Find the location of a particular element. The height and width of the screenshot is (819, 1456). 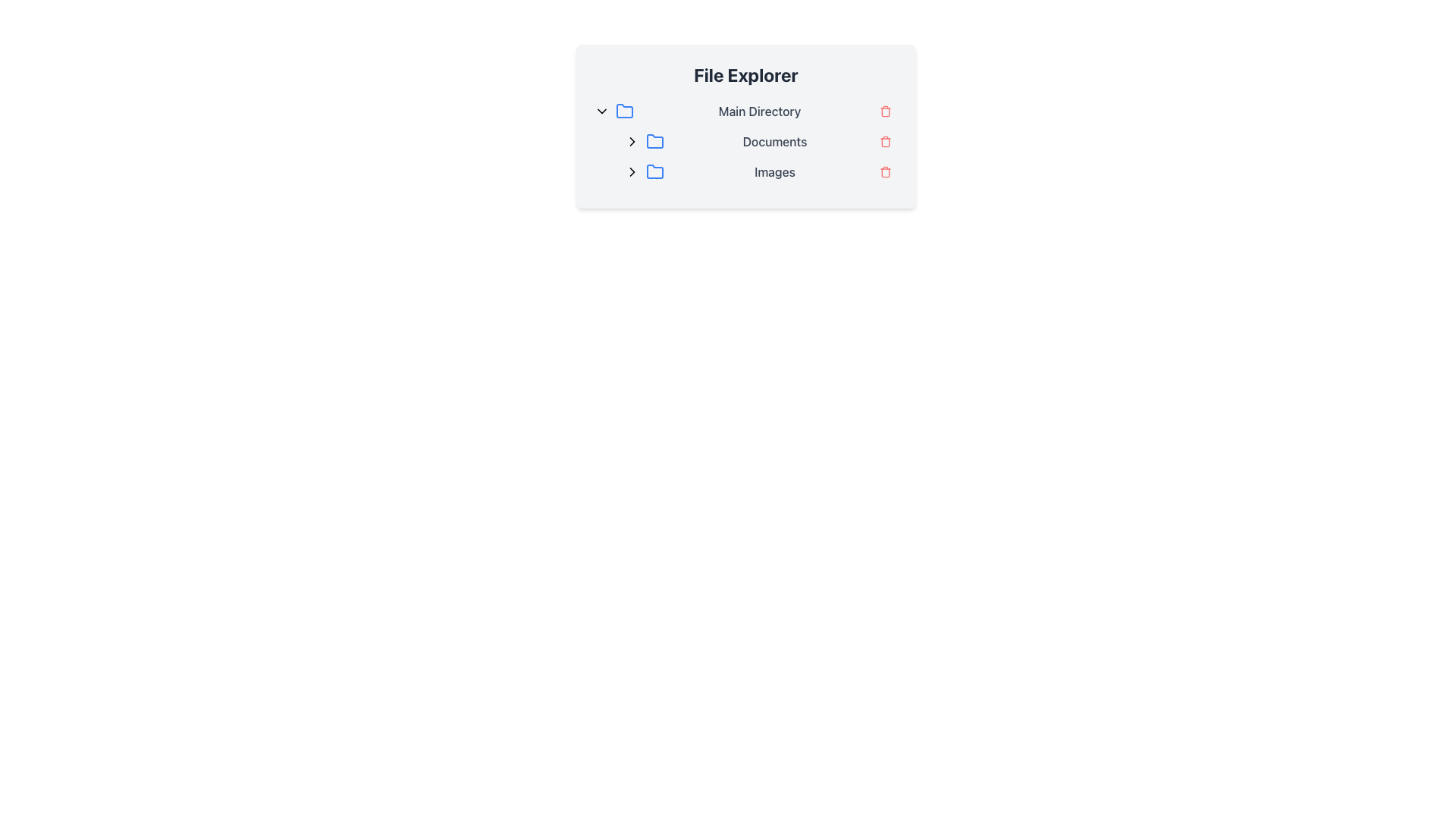

the trash icon located to the far right of the 'Images' row in the 'File Explorer' interface is located at coordinates (885, 171).